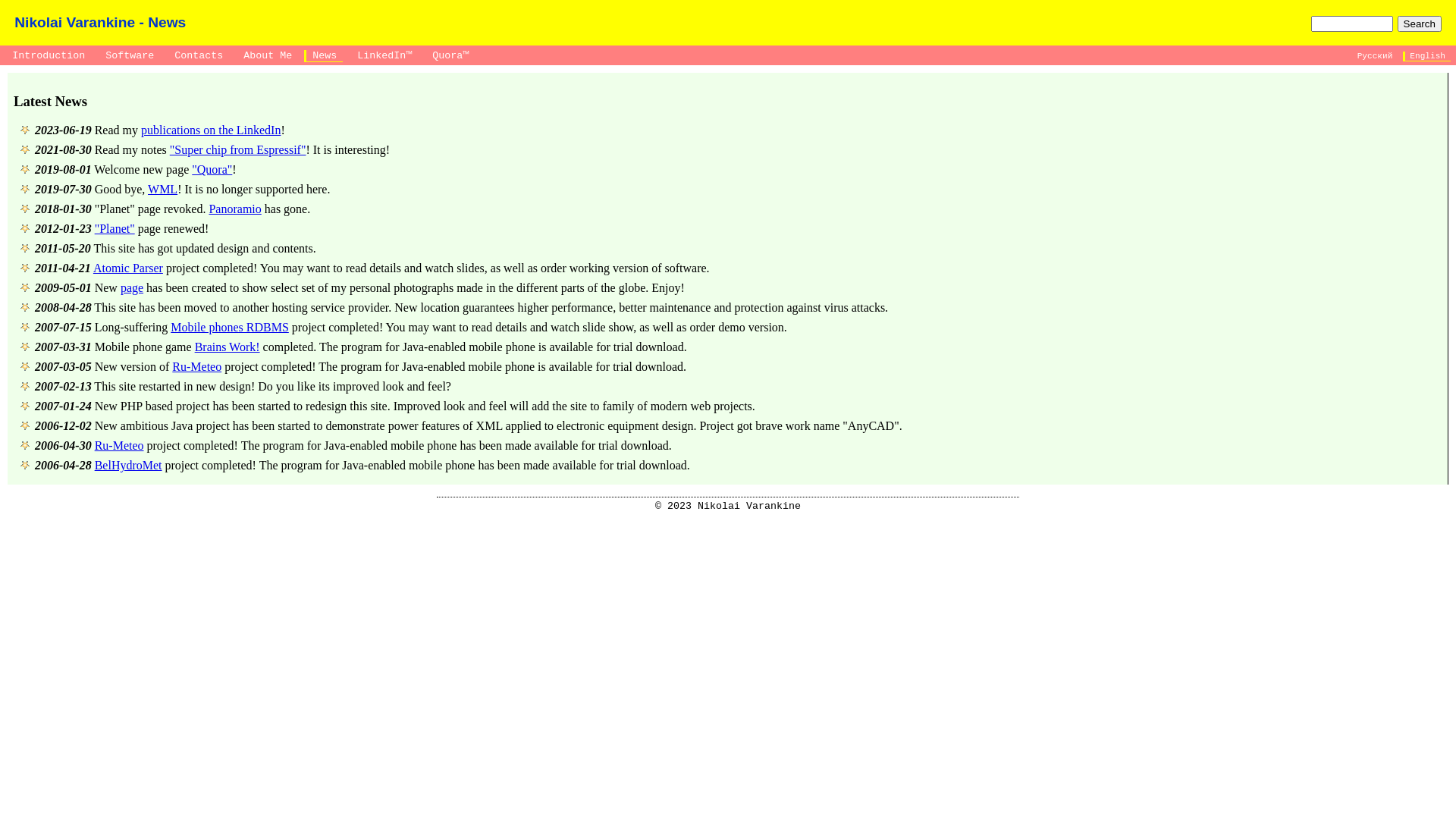 The width and height of the screenshot is (1456, 819). What do you see at coordinates (322, 55) in the screenshot?
I see `' News '` at bounding box center [322, 55].